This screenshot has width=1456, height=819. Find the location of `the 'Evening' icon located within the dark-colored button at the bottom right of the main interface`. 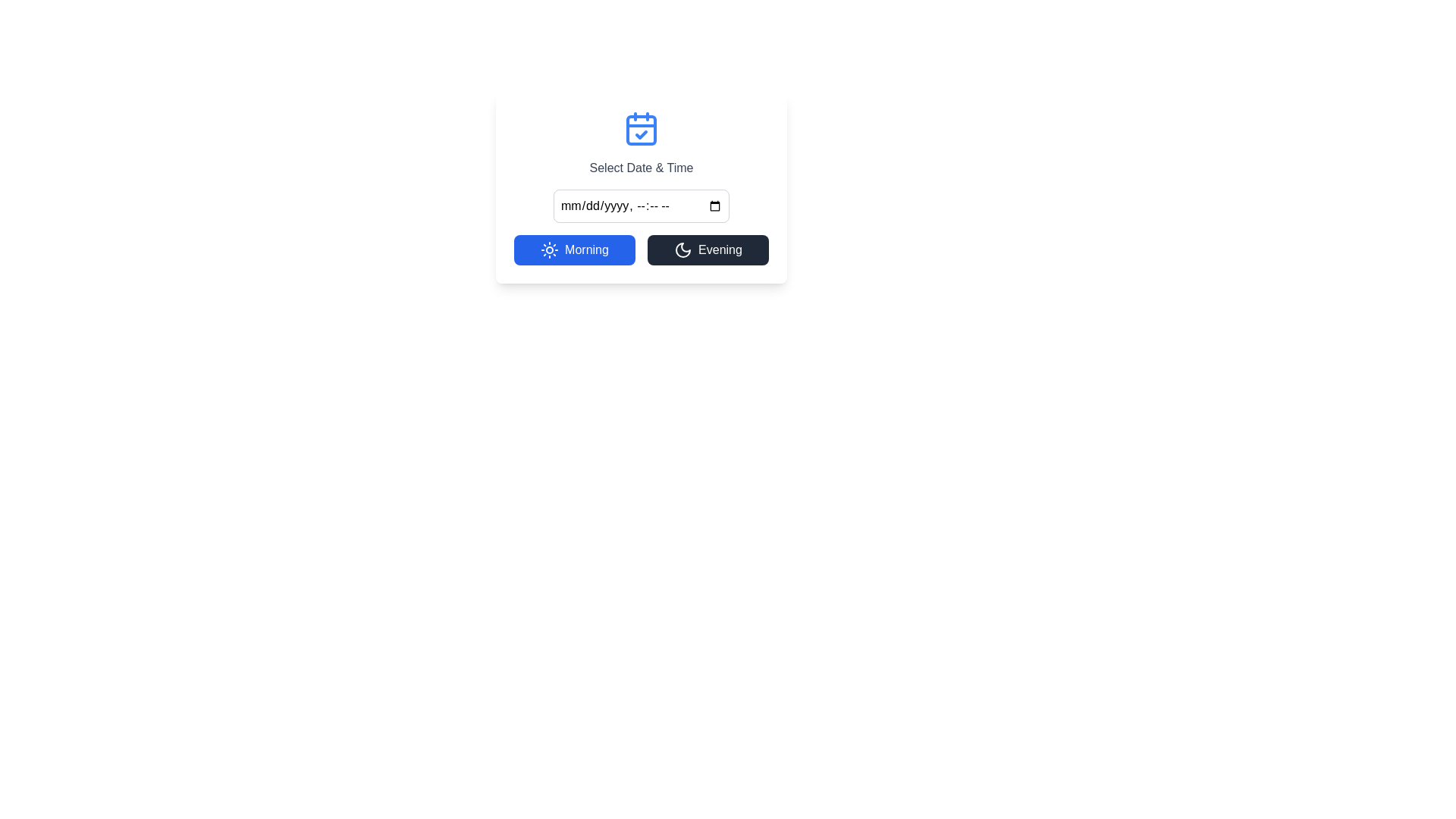

the 'Evening' icon located within the dark-colored button at the bottom right of the main interface is located at coordinates (682, 249).